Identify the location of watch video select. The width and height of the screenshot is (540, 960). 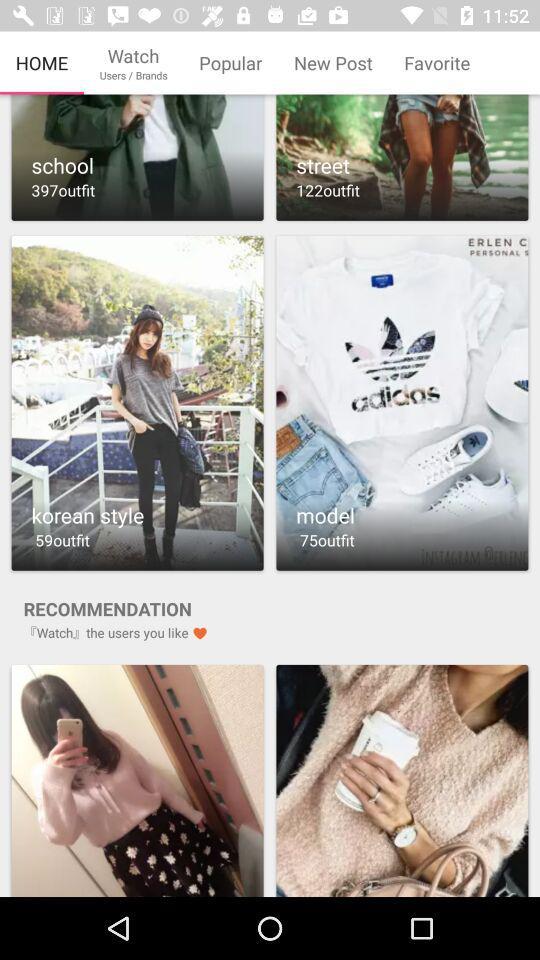
(136, 402).